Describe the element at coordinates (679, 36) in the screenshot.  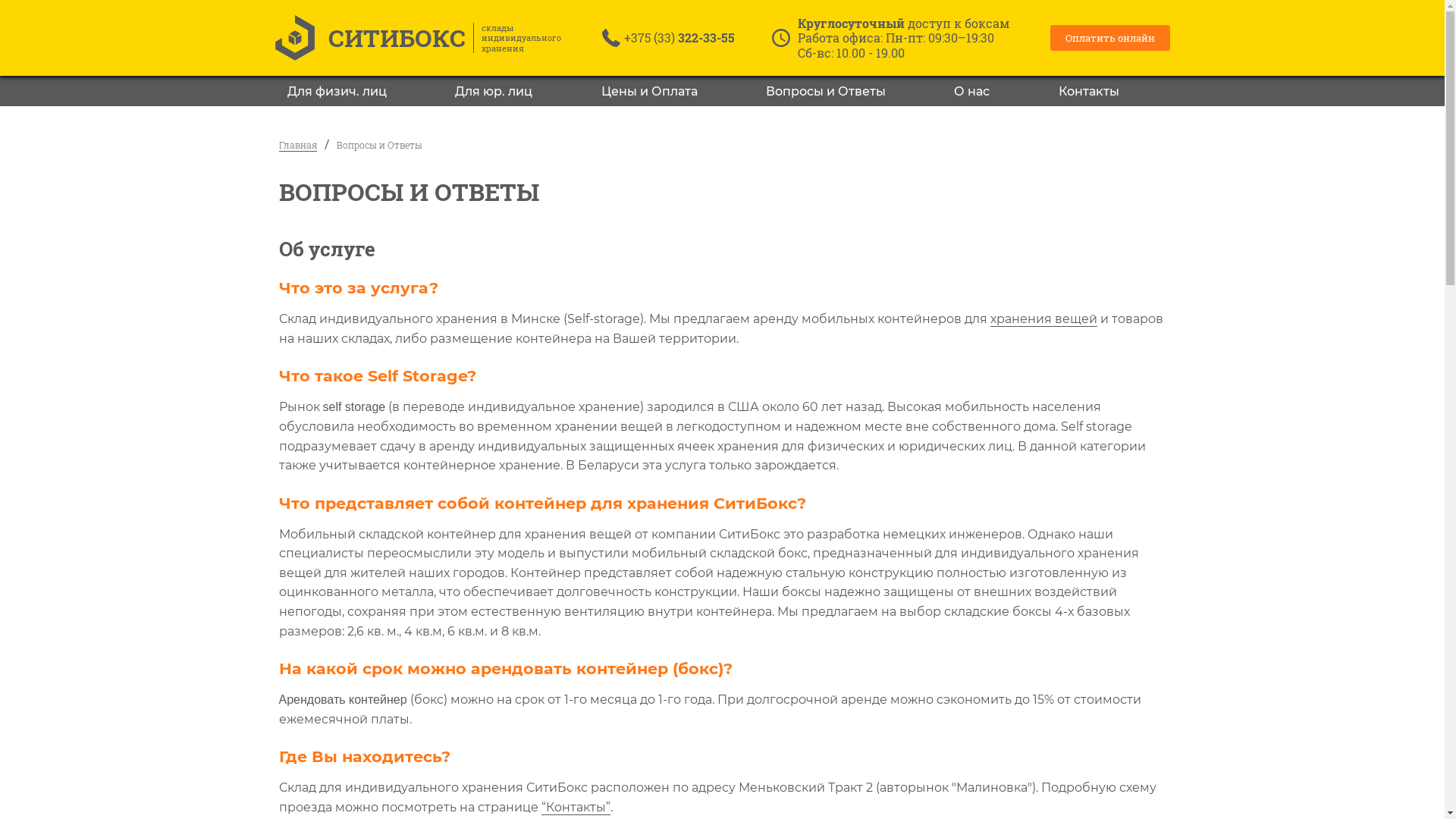
I see `'+375 (33) 322-33-55'` at that location.